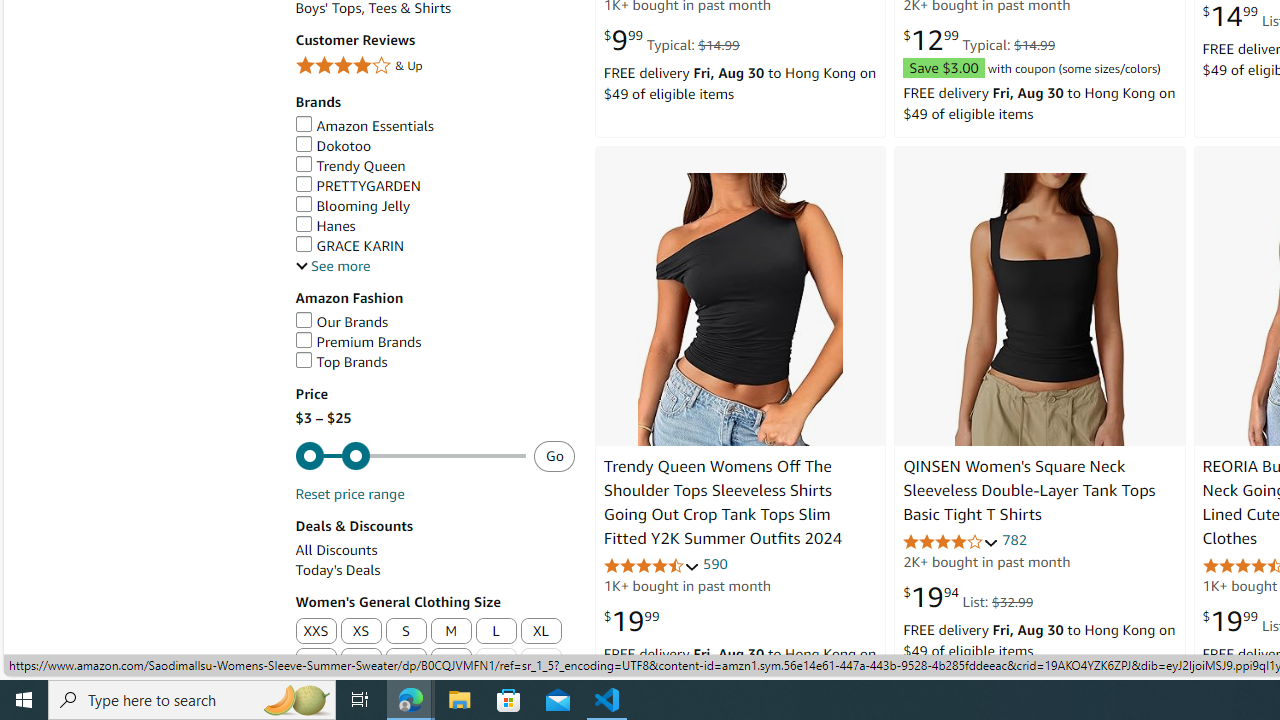  Describe the element at coordinates (409, 456) in the screenshot. I see `'Maximum'` at that location.